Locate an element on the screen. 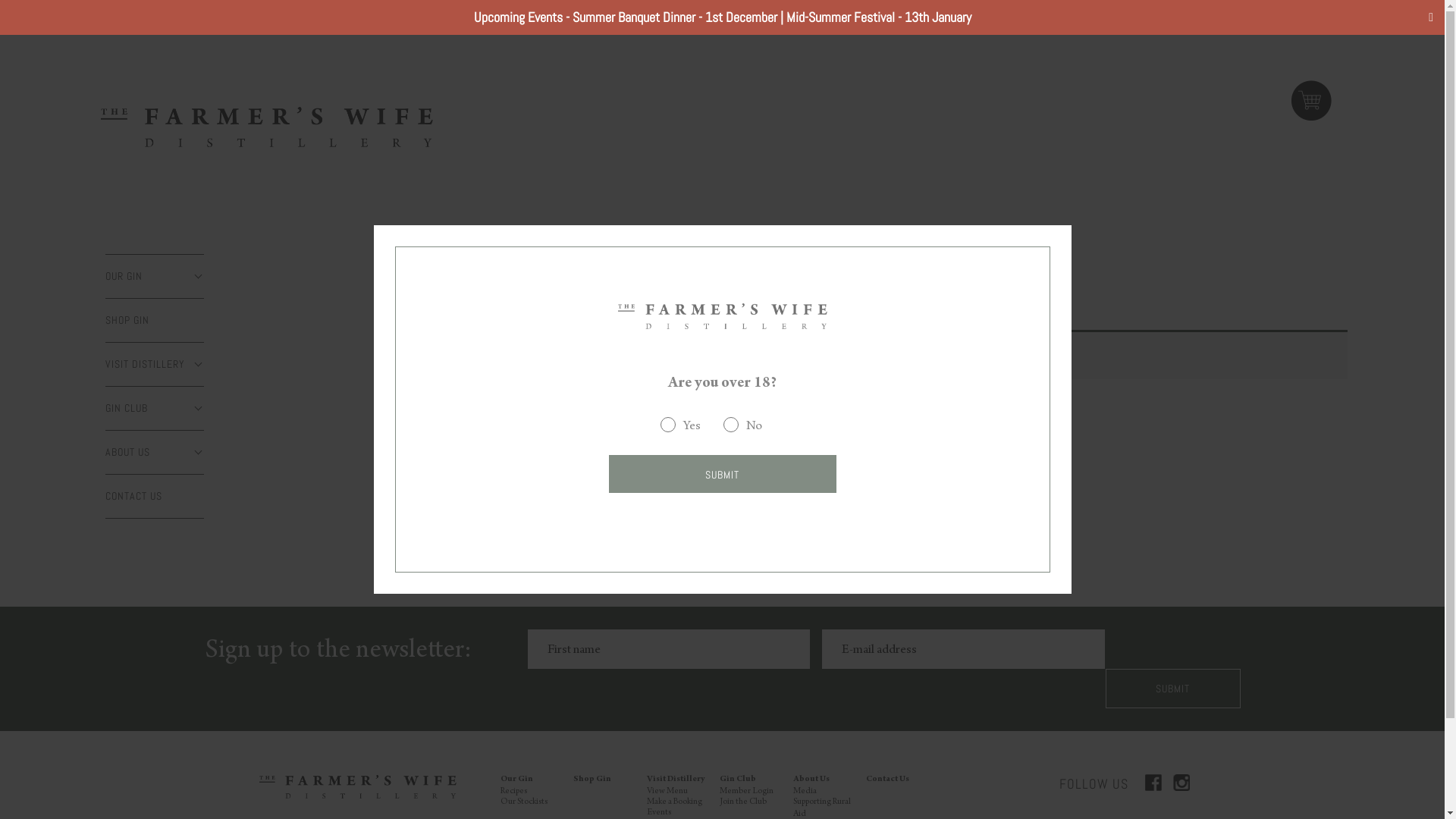 The image size is (1456, 819). 'CLOSE' is located at coordinates (192, 408).